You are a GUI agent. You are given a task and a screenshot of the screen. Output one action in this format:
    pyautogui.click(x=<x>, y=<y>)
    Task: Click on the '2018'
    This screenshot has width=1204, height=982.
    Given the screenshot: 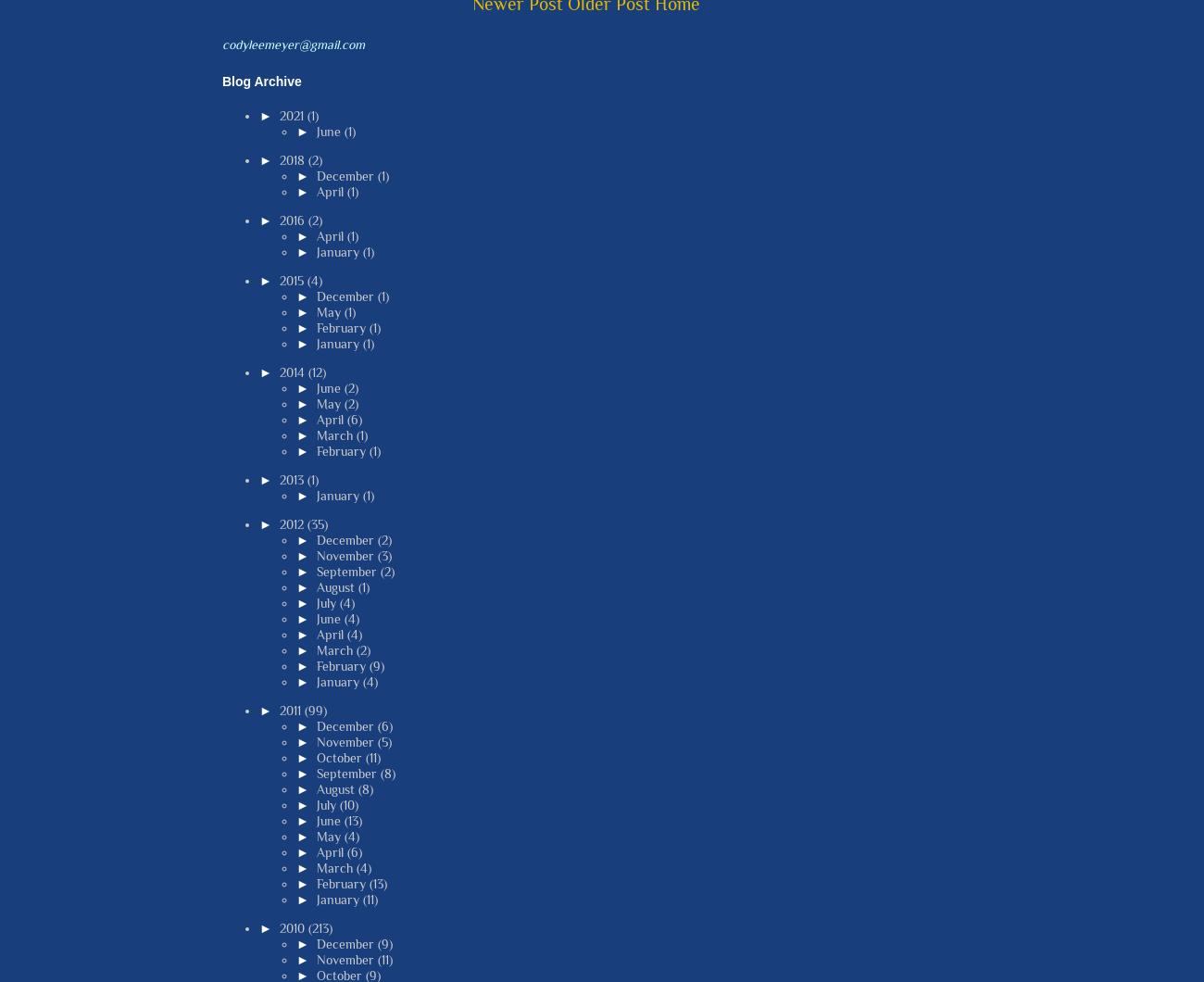 What is the action you would take?
    pyautogui.click(x=293, y=158)
    